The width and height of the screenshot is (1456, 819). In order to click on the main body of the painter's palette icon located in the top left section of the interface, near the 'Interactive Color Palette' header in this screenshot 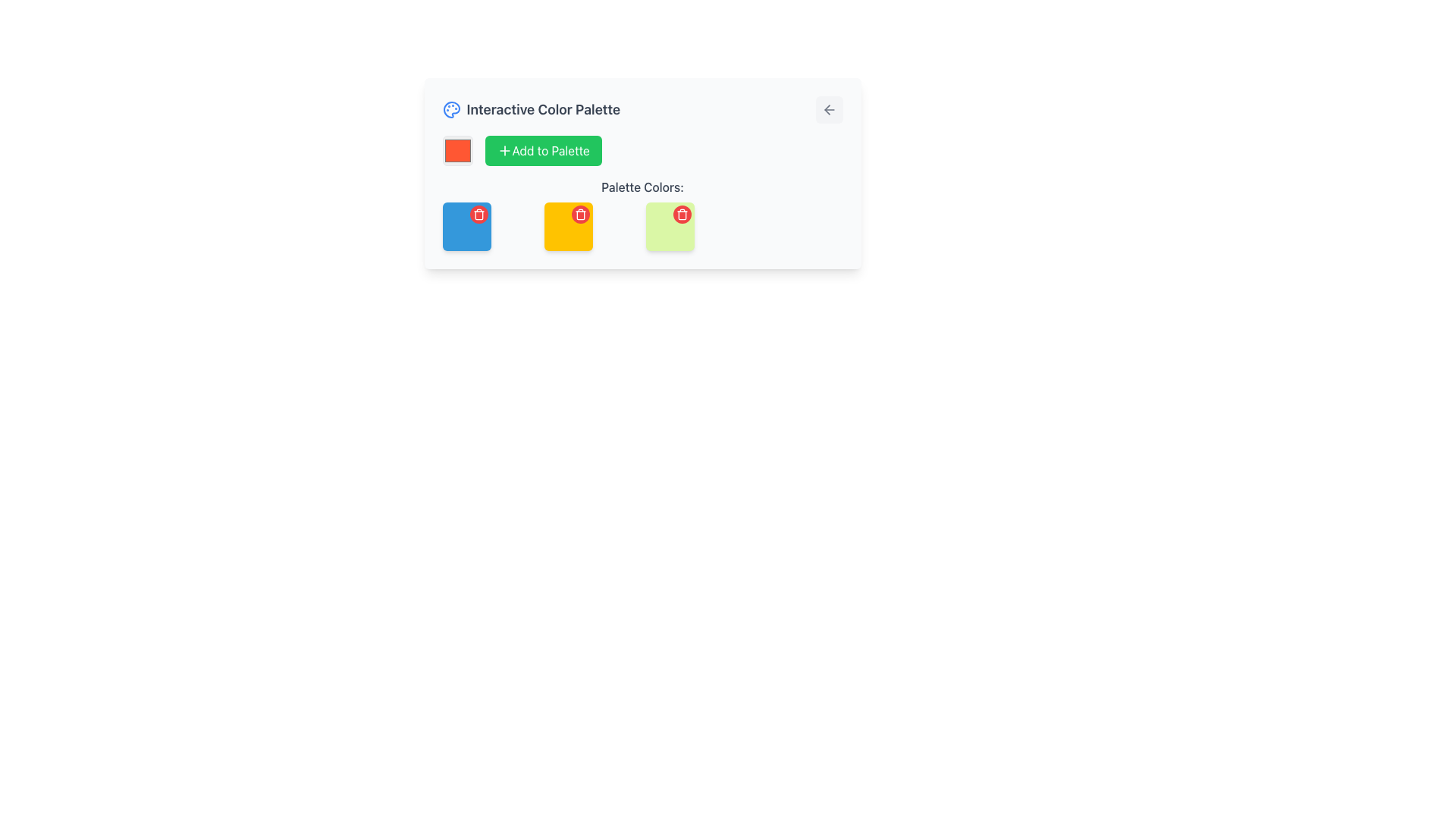, I will do `click(450, 109)`.